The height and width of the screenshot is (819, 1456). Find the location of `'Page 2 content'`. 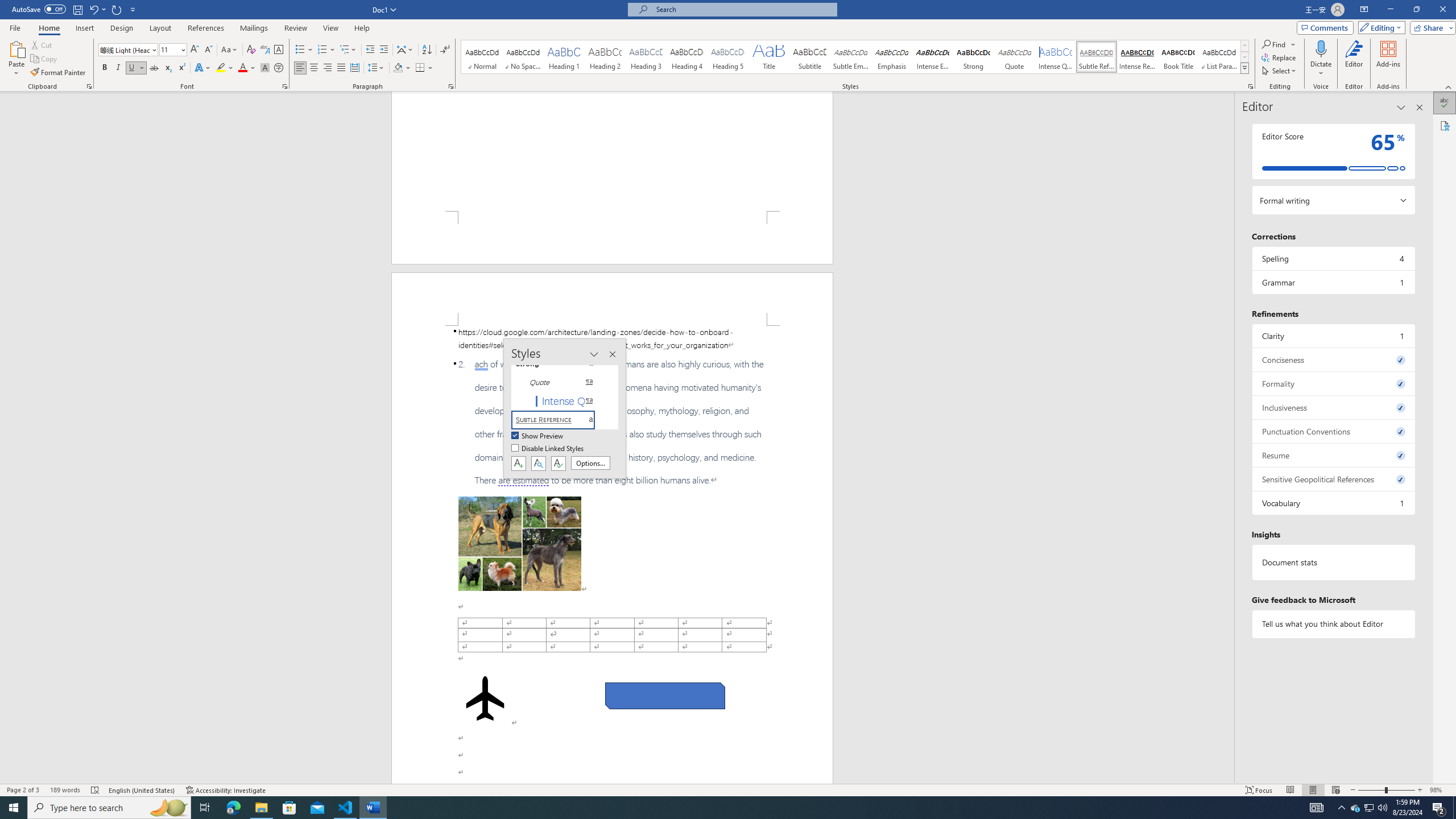

'Page 2 content' is located at coordinates (612, 554).